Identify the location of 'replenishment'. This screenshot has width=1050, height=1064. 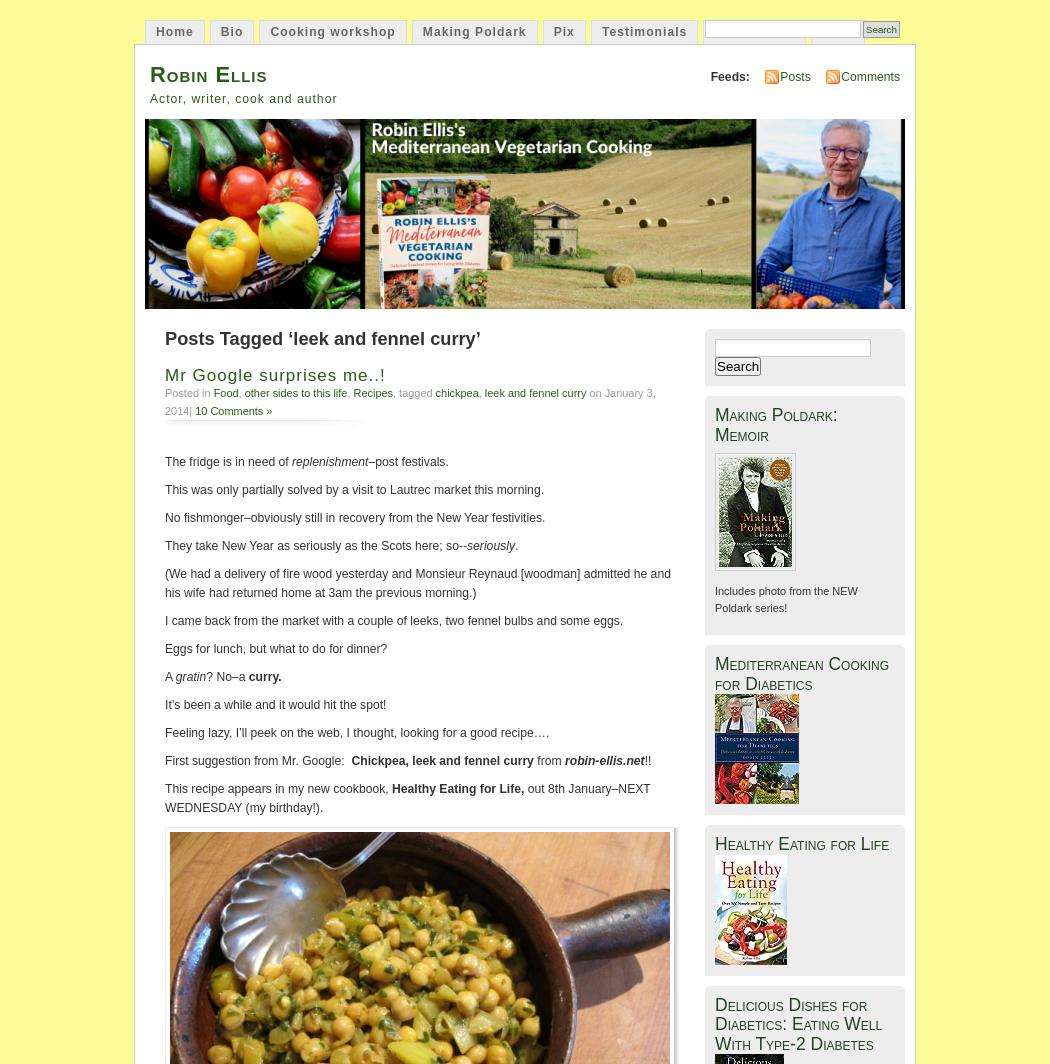
(328, 461).